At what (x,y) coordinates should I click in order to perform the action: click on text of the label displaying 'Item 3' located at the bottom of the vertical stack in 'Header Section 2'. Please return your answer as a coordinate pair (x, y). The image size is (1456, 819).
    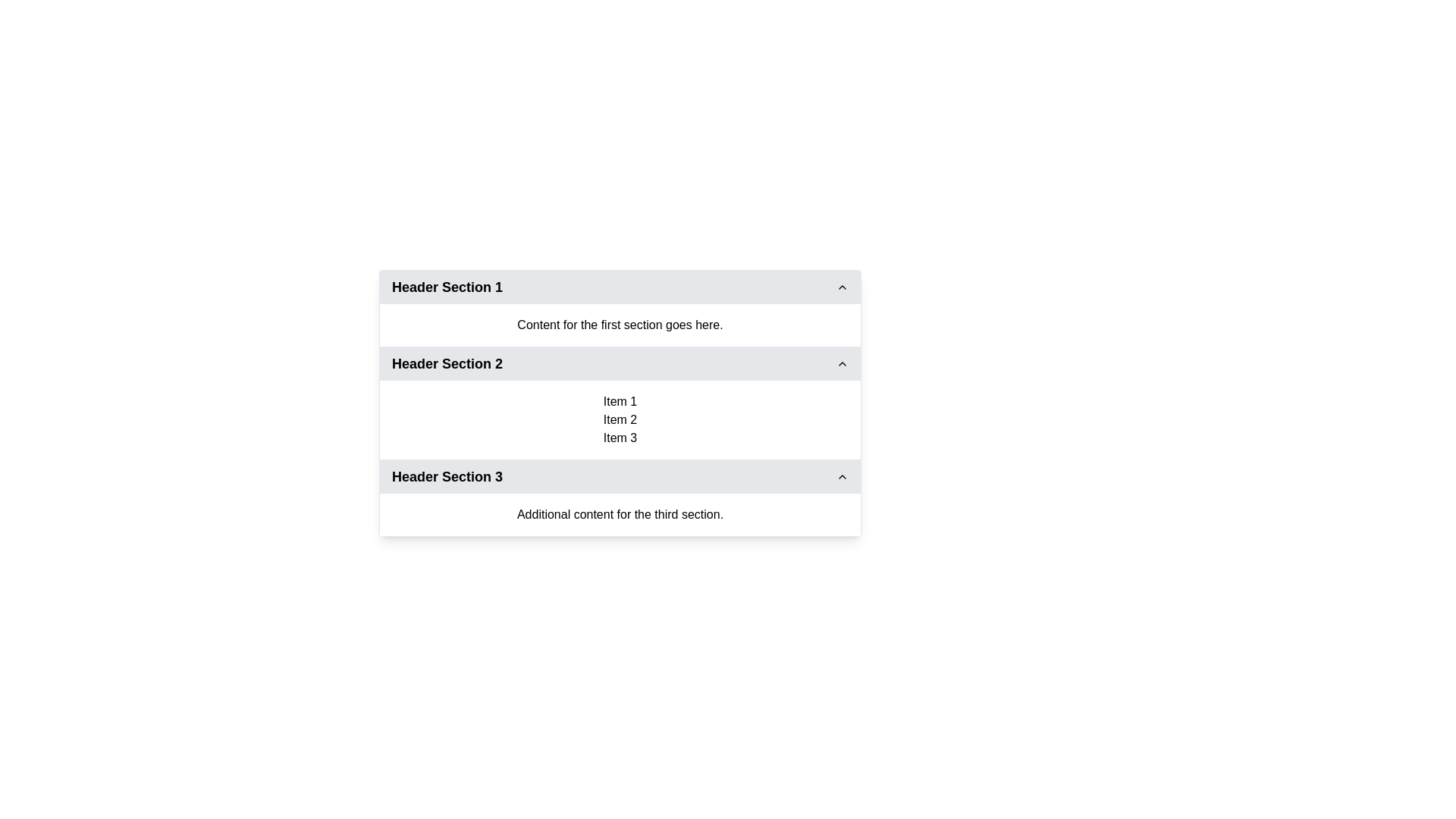
    Looking at the image, I should click on (620, 438).